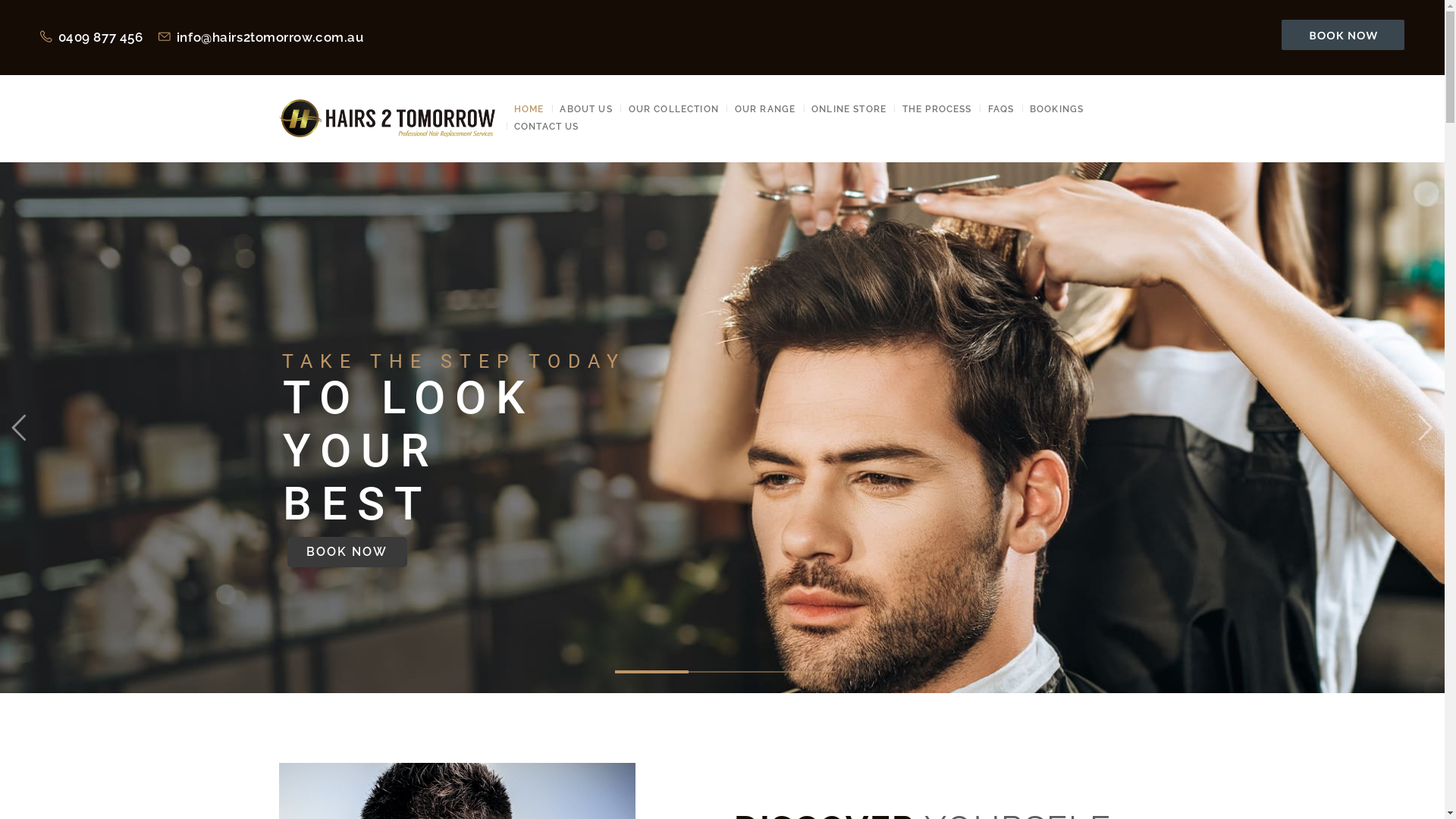 The image size is (1456, 819). I want to click on 'ABOUT US', so click(551, 108).